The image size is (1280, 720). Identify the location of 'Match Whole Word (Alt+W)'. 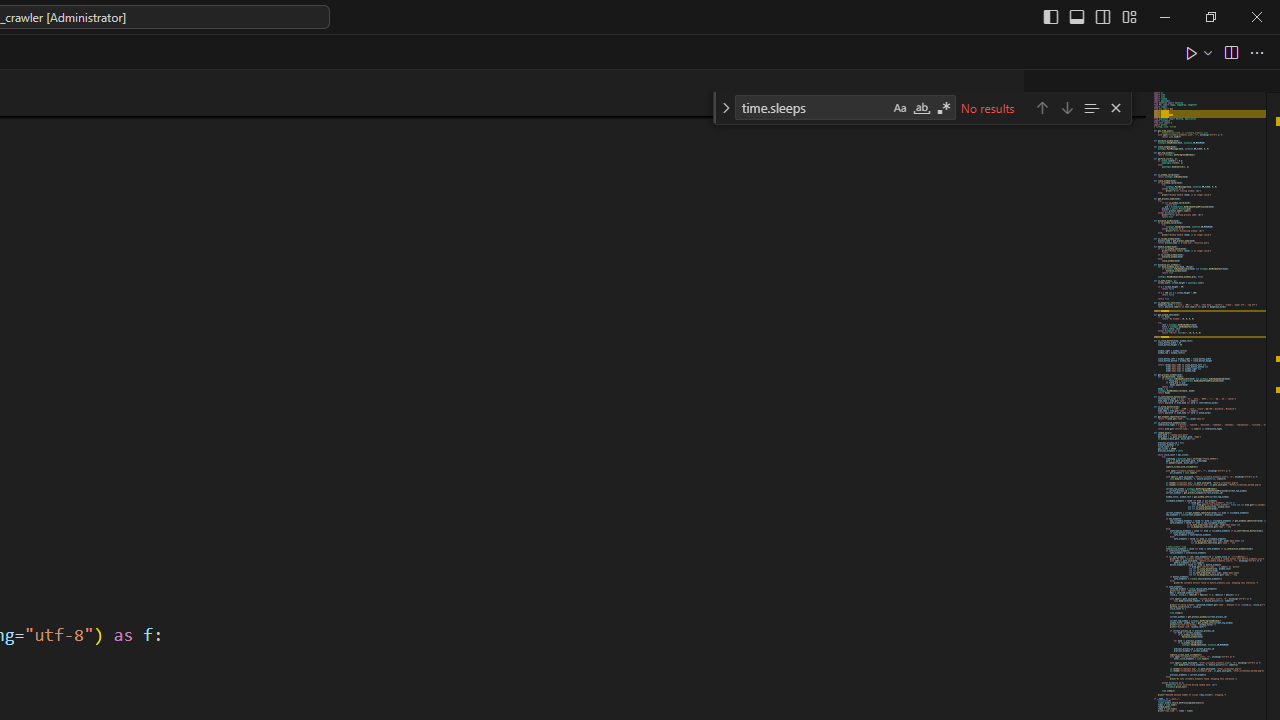
(920, 108).